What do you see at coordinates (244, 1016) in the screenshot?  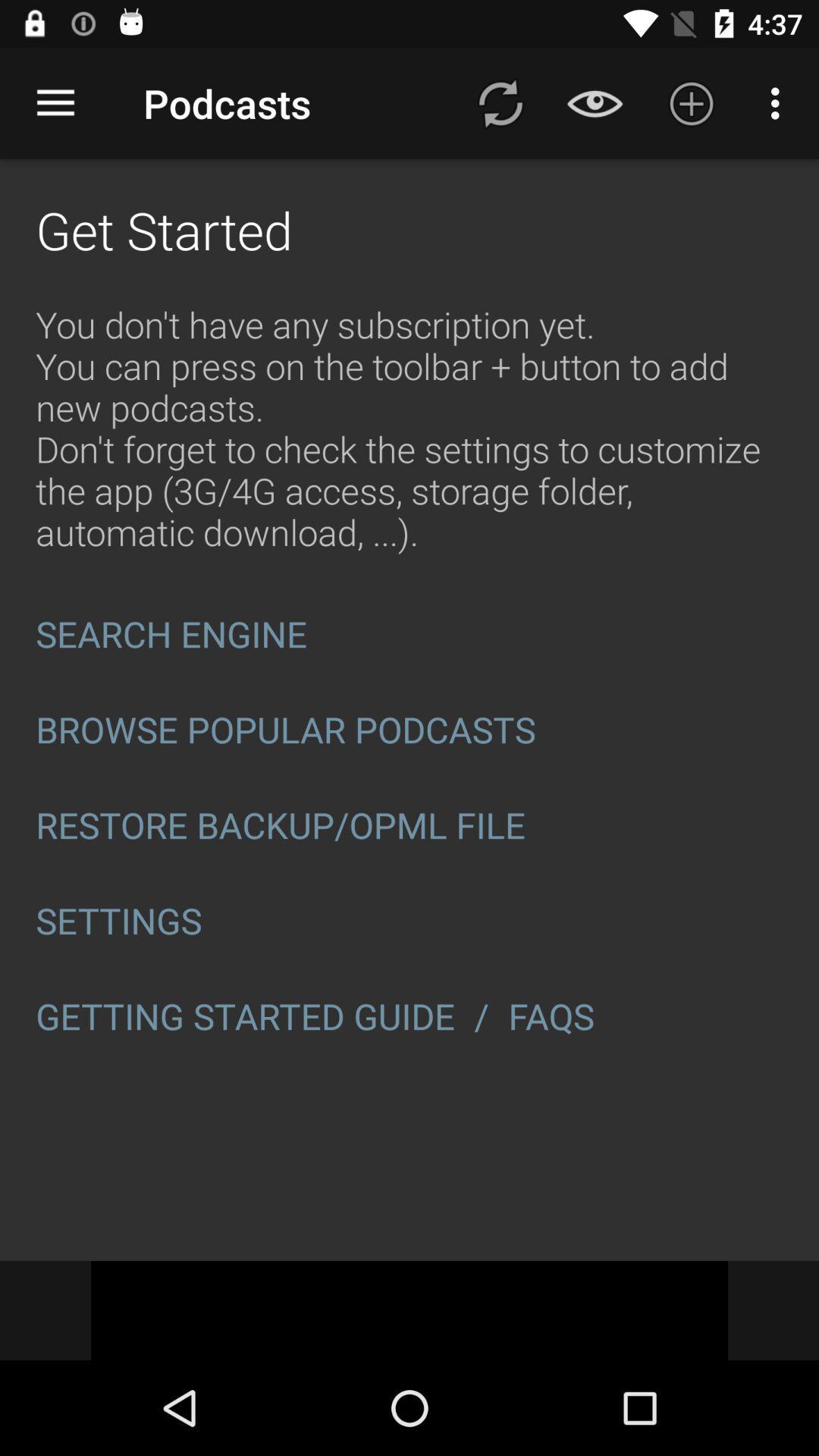 I see `icon to the left of the  /  icon` at bounding box center [244, 1016].